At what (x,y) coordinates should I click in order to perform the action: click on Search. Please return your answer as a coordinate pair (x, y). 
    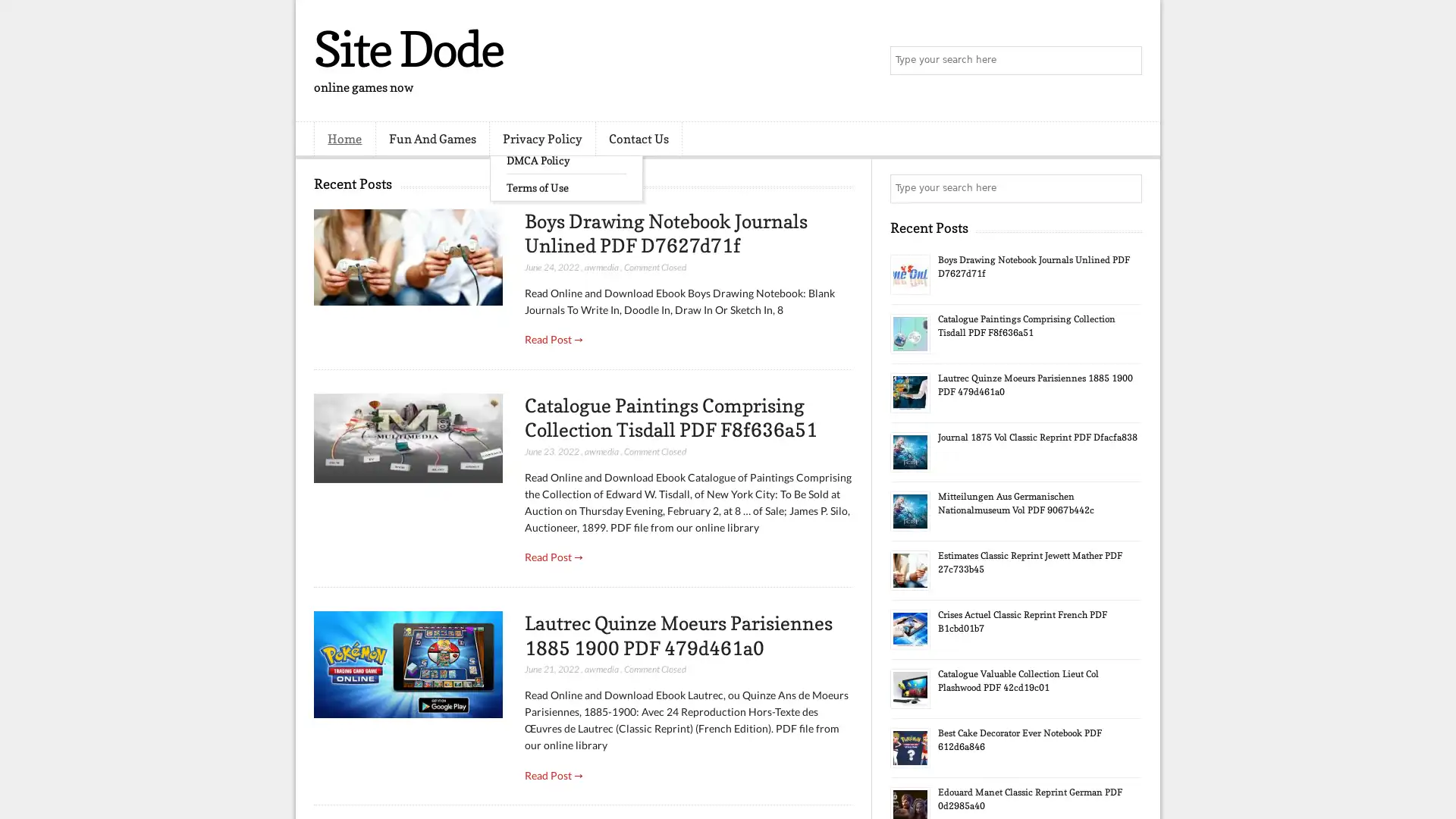
    Looking at the image, I should click on (1126, 188).